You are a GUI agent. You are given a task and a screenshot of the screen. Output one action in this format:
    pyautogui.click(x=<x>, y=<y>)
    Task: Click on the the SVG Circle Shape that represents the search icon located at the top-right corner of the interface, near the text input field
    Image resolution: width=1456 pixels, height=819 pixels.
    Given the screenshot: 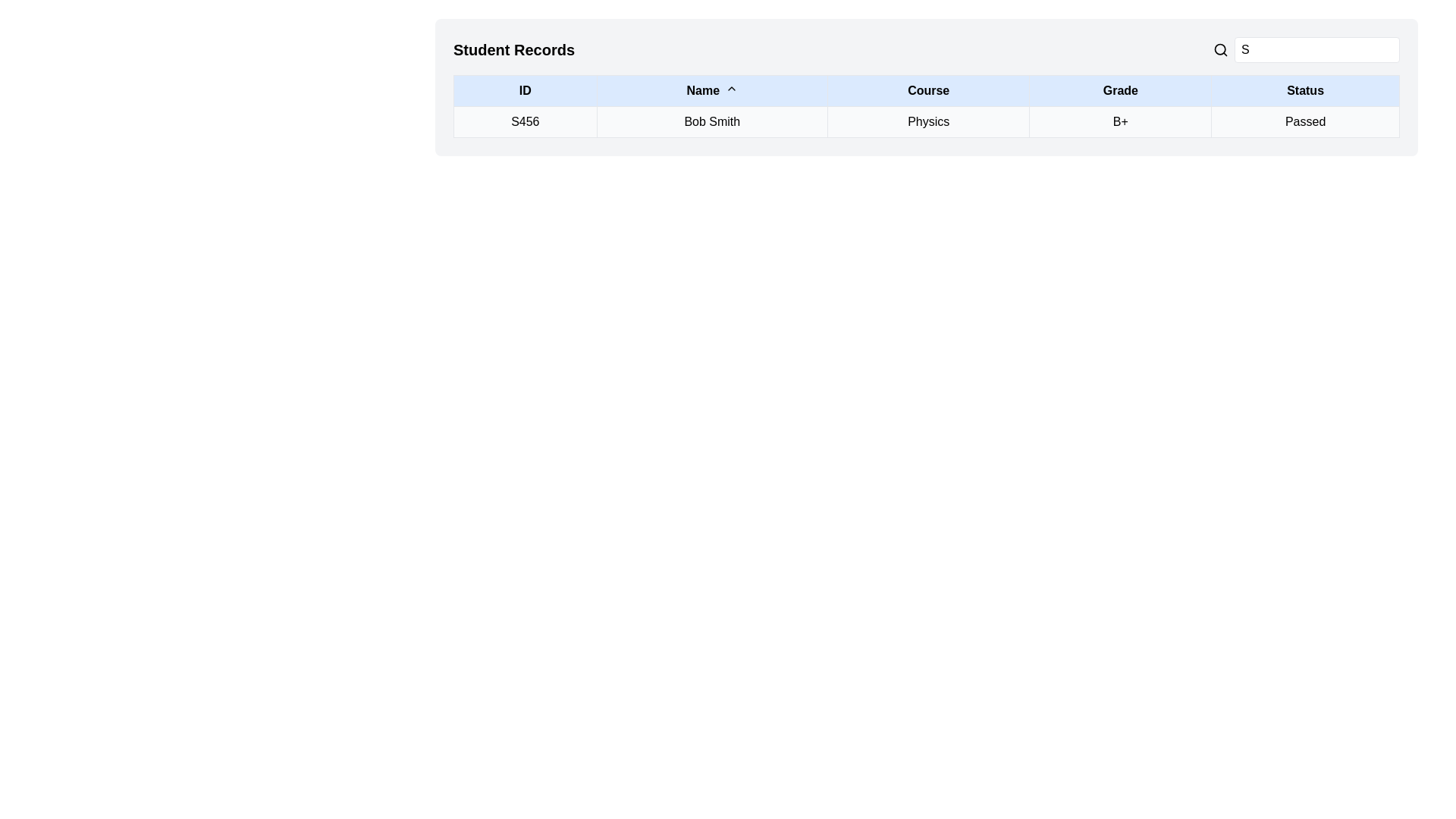 What is the action you would take?
    pyautogui.click(x=1220, y=49)
    